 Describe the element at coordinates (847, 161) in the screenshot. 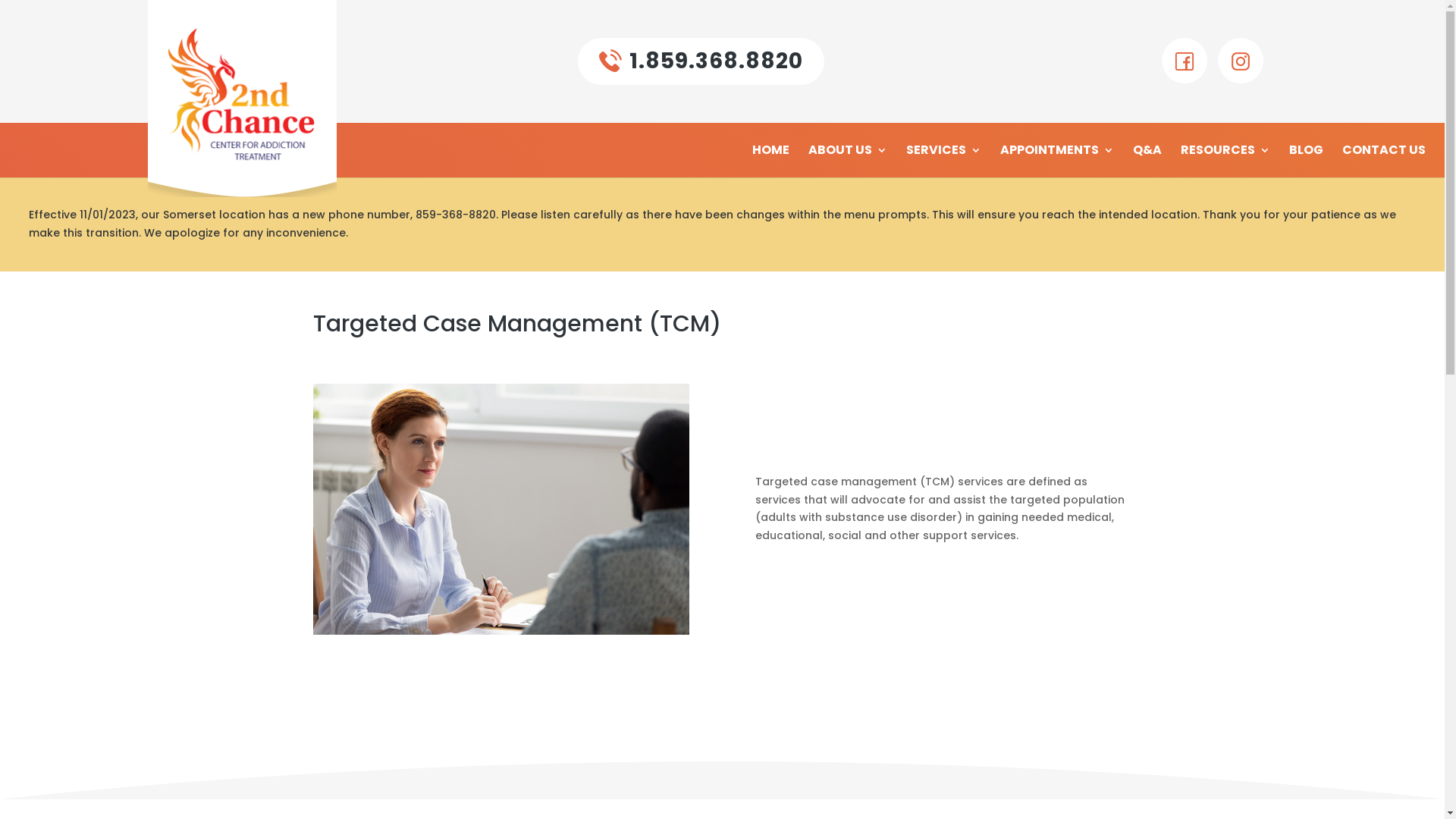

I see `'ABOUT US'` at that location.